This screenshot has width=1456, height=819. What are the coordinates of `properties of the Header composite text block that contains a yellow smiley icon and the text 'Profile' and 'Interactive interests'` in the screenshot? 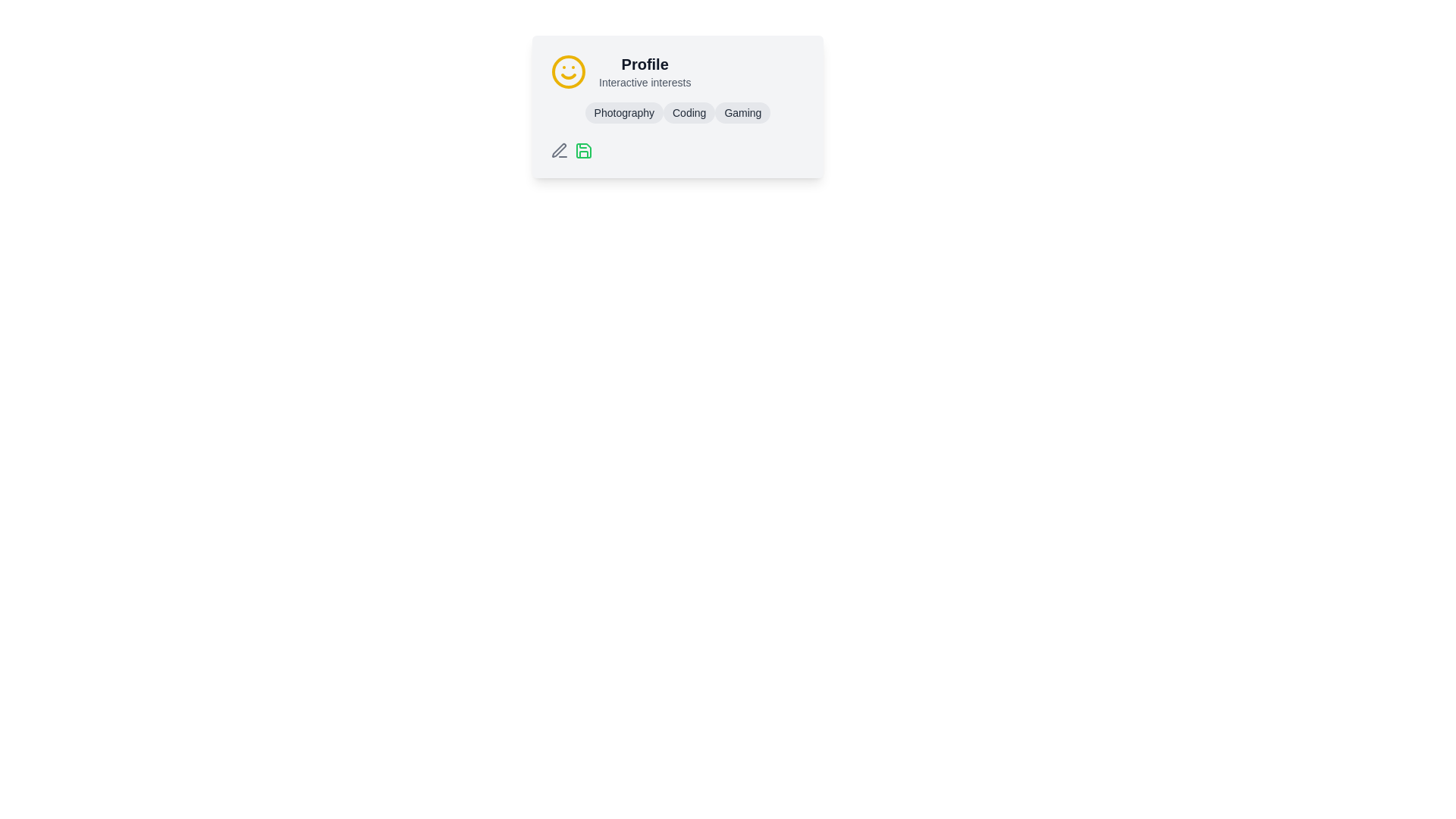 It's located at (676, 72).